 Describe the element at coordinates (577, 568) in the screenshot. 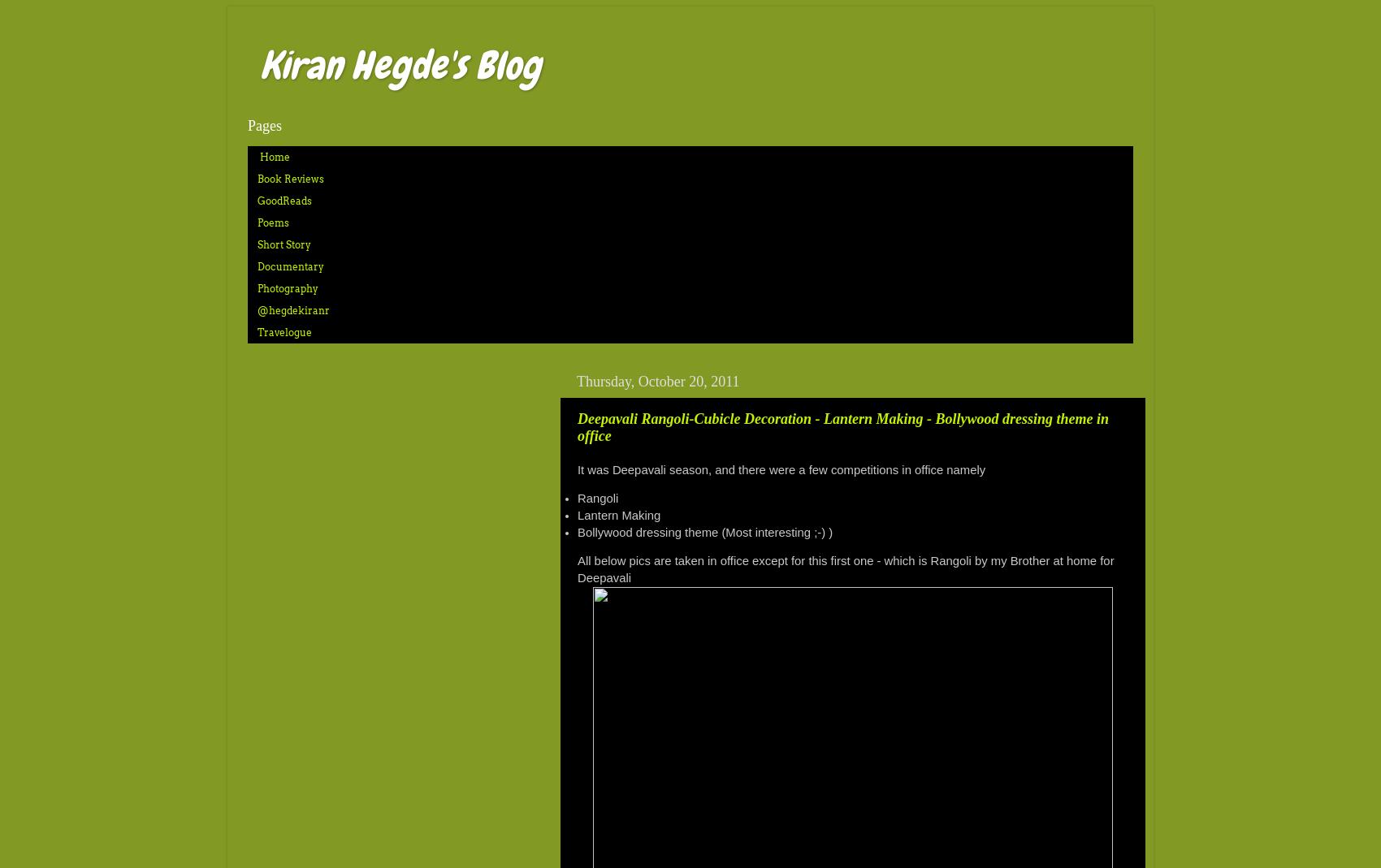

I see `'All below pics are taken in office except for this first one - which is Rangoli by my Brother at home for Deepavali'` at that location.